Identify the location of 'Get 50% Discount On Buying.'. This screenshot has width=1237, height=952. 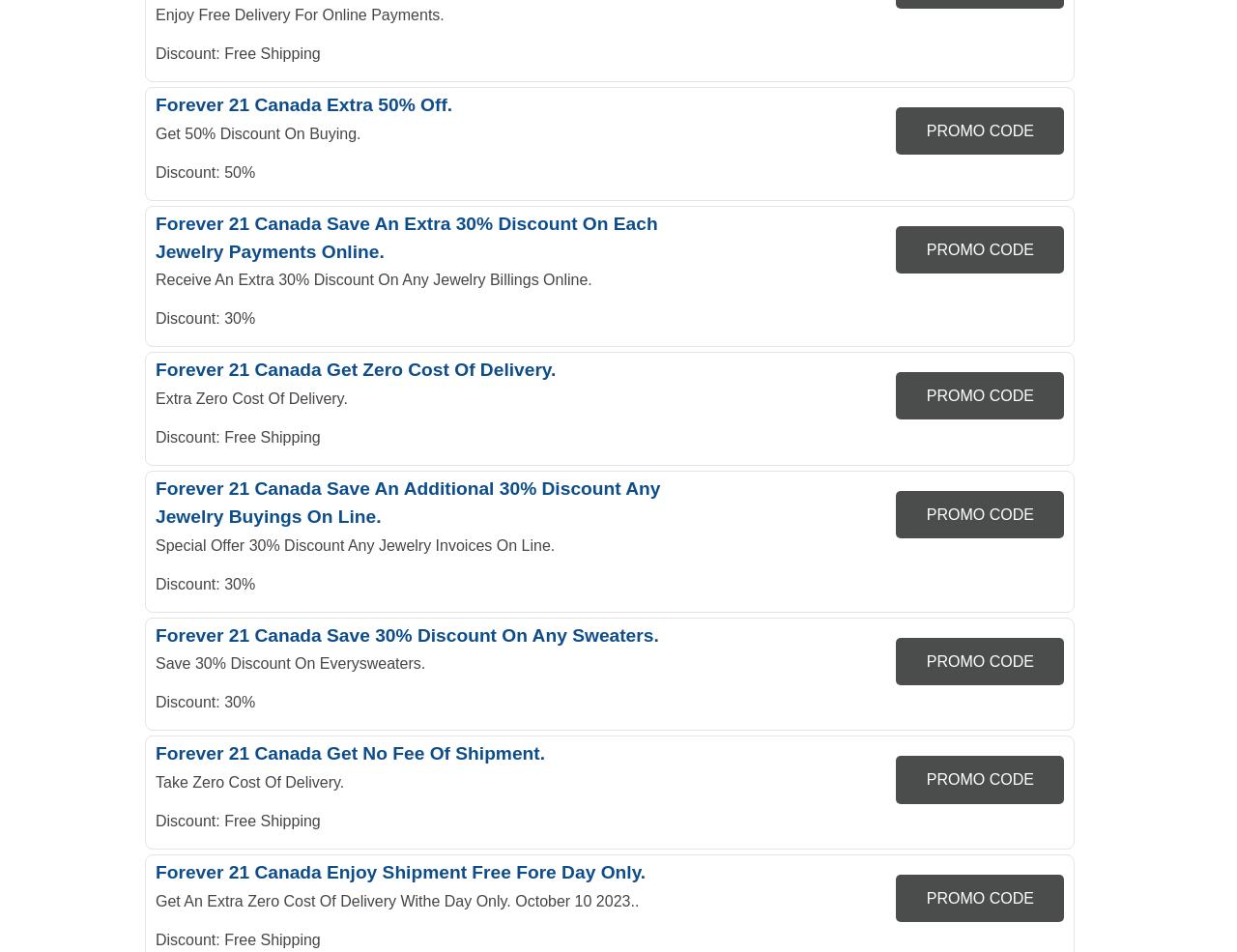
(257, 132).